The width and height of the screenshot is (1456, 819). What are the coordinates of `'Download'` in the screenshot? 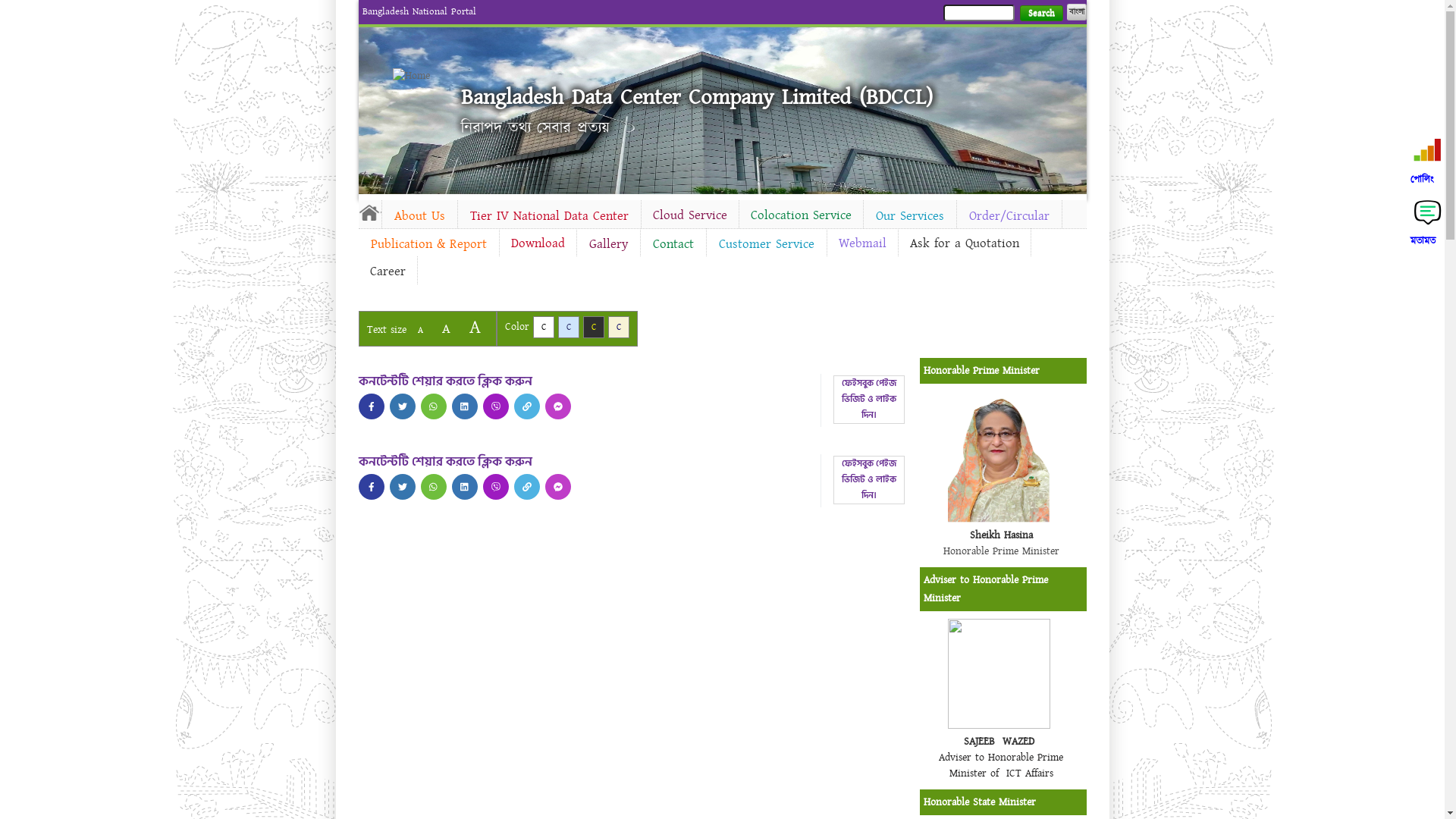 It's located at (498, 242).